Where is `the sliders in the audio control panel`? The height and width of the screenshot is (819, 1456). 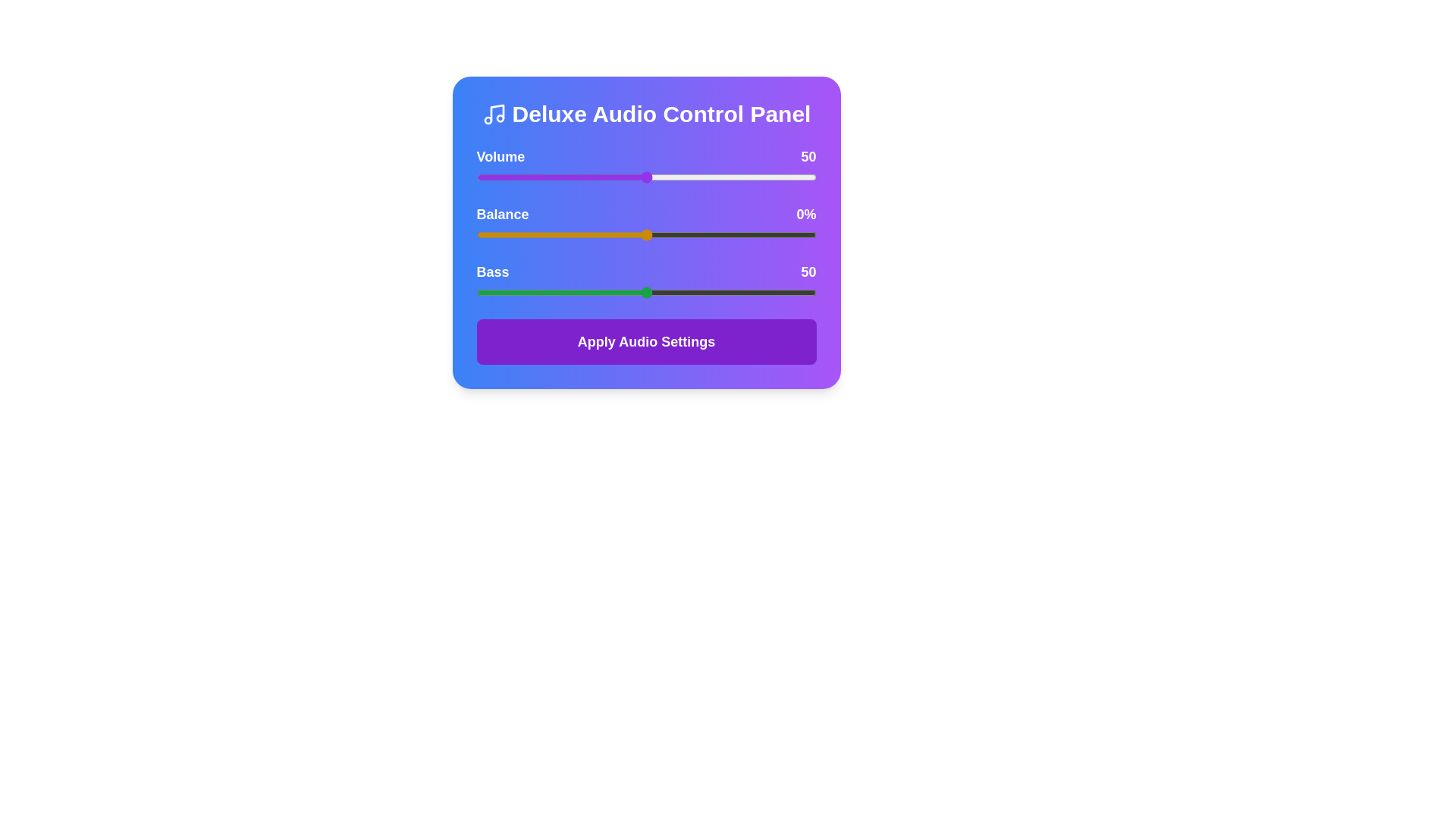 the sliders in the audio control panel is located at coordinates (646, 233).